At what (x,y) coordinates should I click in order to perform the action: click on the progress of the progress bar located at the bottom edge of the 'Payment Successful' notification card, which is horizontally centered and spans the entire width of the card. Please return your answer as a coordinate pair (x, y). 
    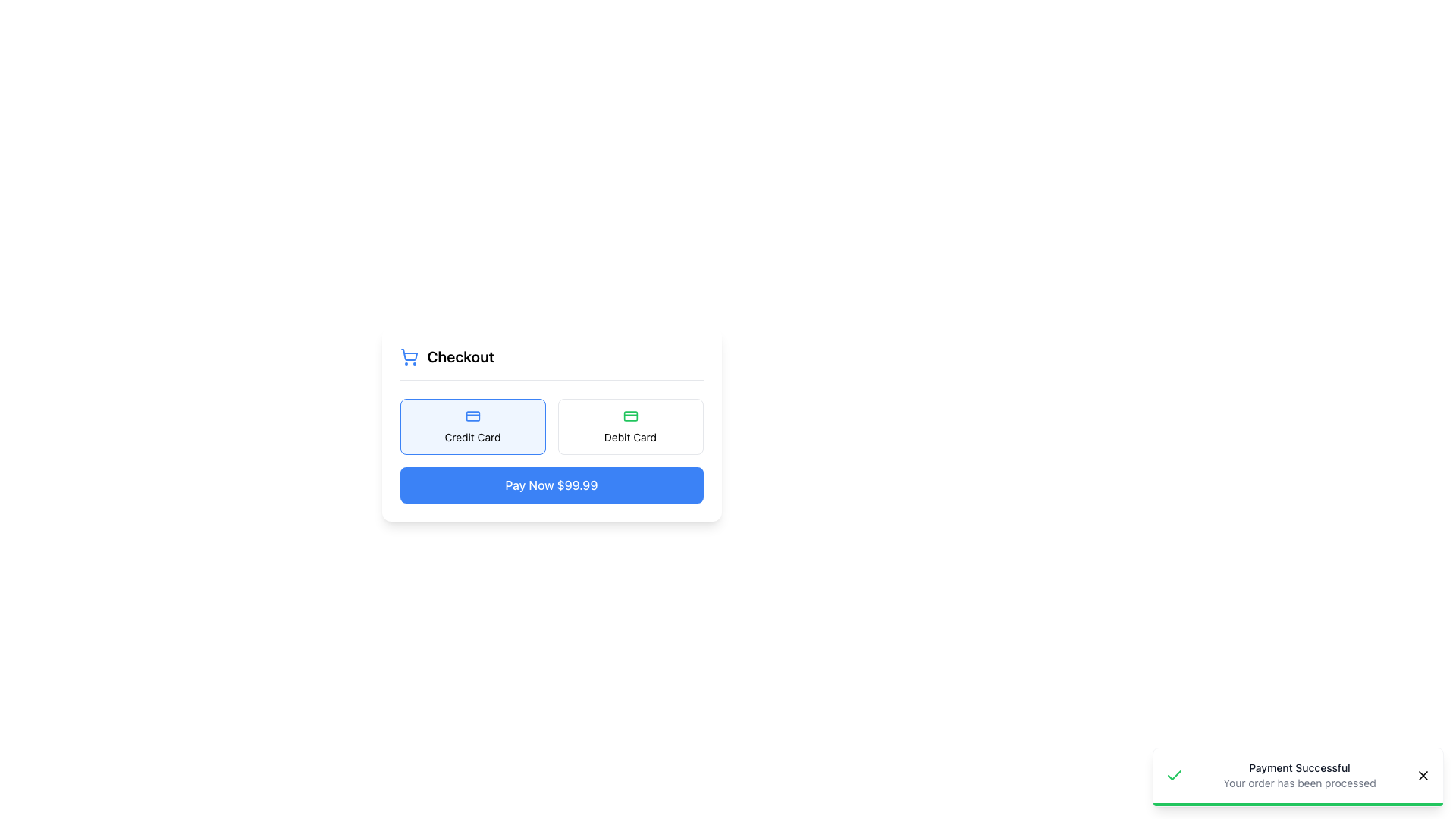
    Looking at the image, I should click on (1298, 803).